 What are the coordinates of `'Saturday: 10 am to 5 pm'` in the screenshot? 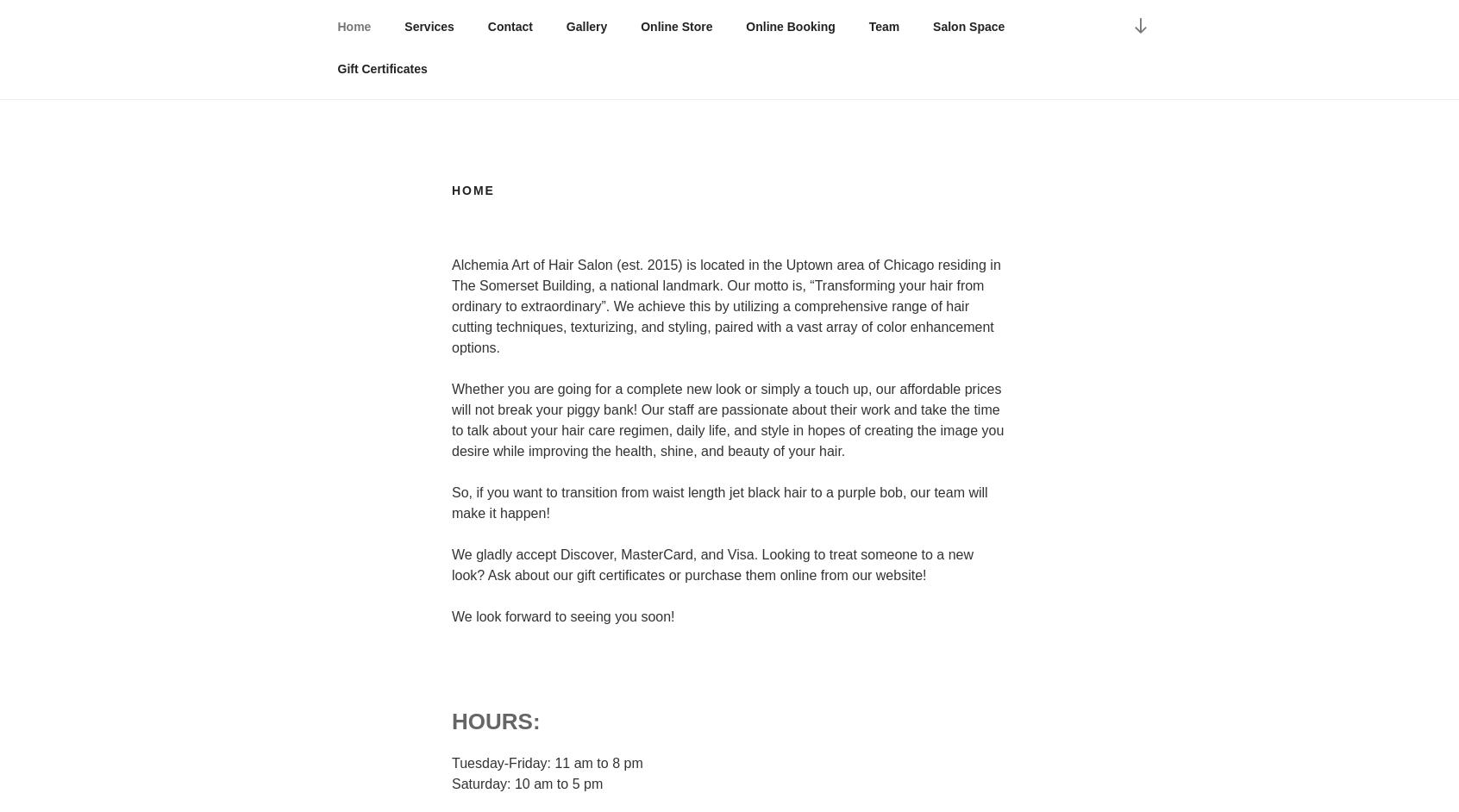 It's located at (452, 783).